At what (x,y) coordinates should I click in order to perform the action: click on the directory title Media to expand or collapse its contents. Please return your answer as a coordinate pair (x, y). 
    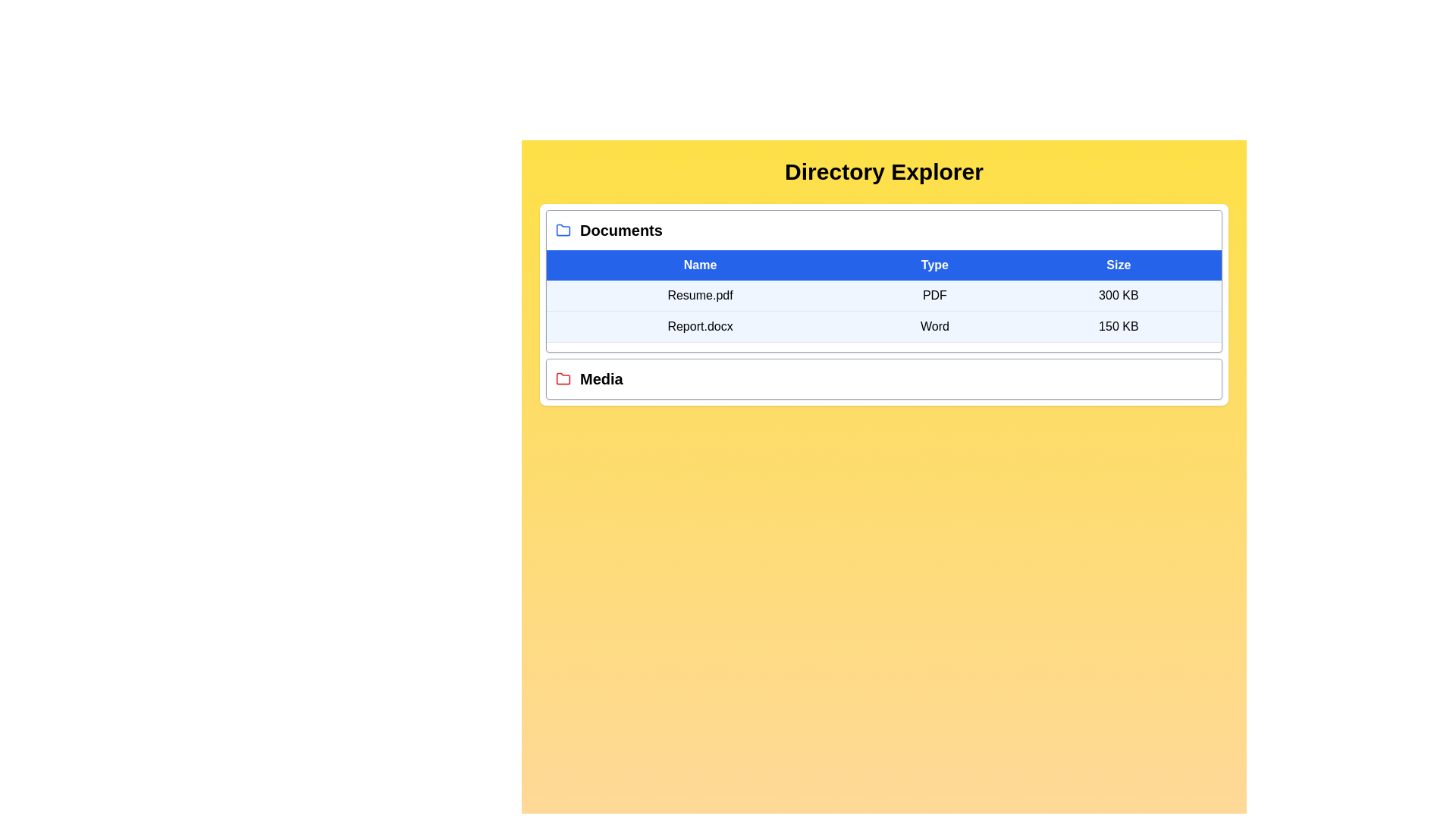
    Looking at the image, I should click on (600, 378).